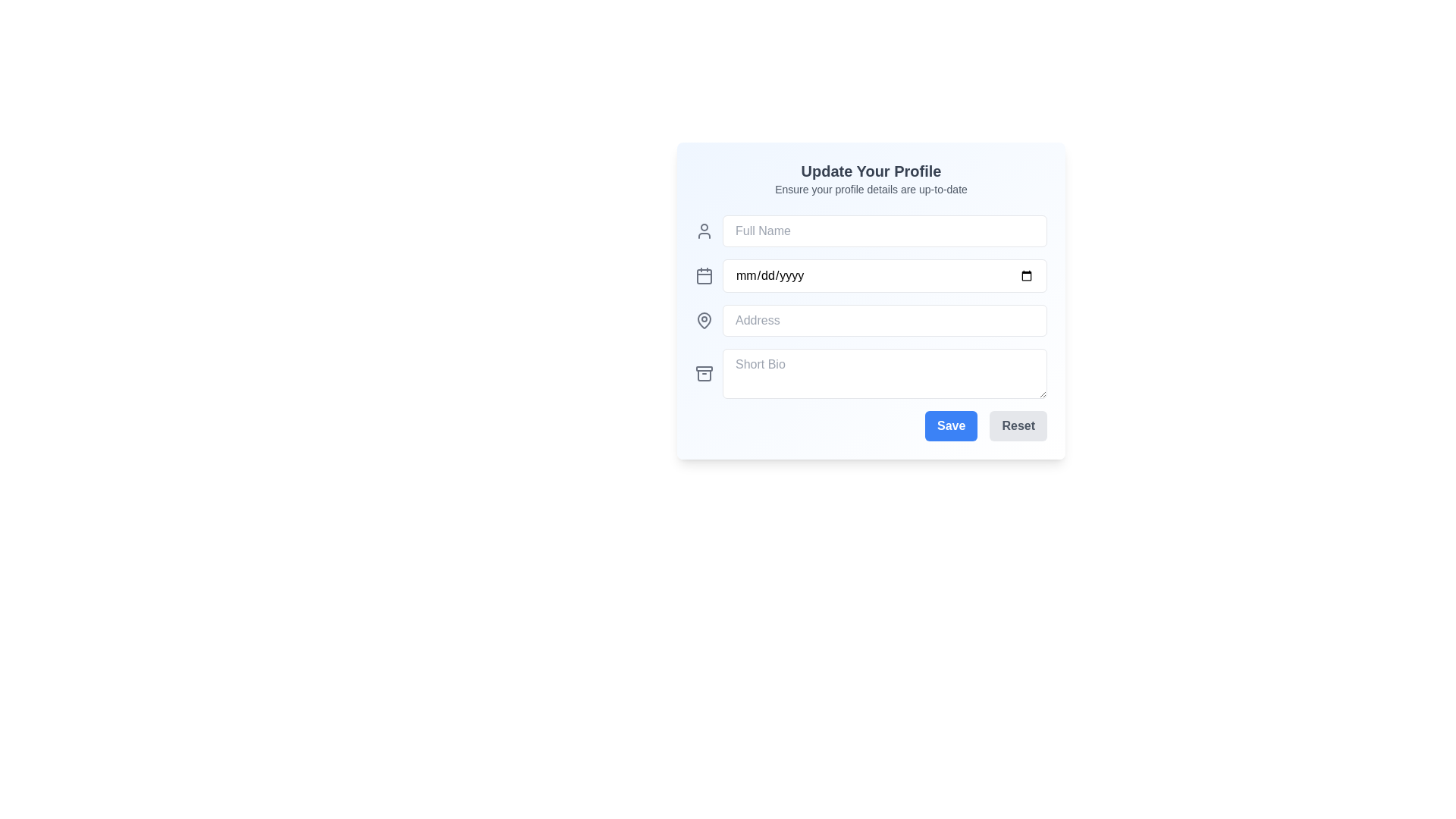 This screenshot has width=1456, height=819. What do you see at coordinates (1018, 426) in the screenshot?
I see `the 'Reset' button, which is a rectangular button with a light gray background and darker gray text, located to the right of the 'Save' button in the bottom-right section of the form interface` at bounding box center [1018, 426].